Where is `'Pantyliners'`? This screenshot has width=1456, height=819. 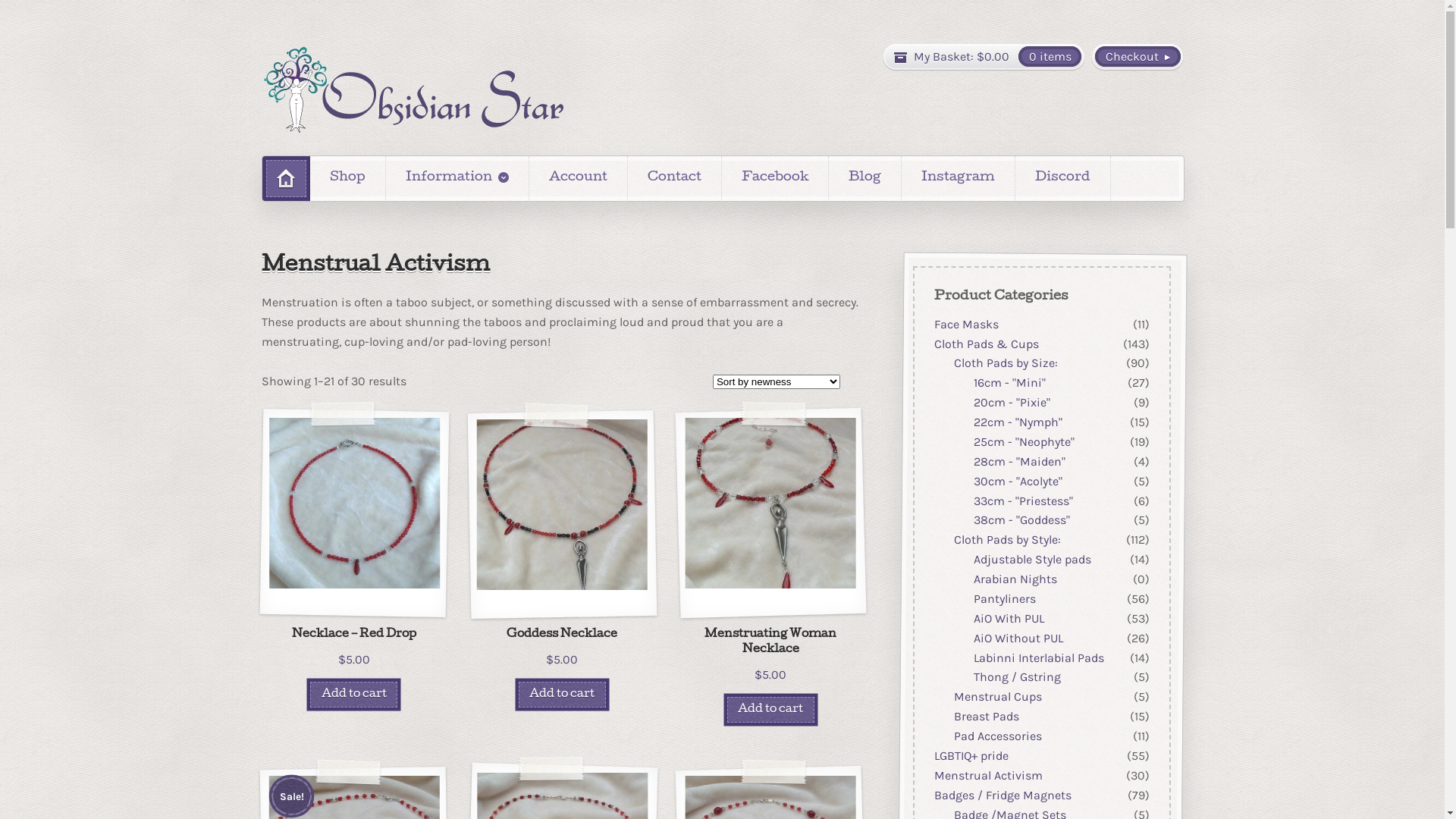 'Pantyliners' is located at coordinates (1004, 598).